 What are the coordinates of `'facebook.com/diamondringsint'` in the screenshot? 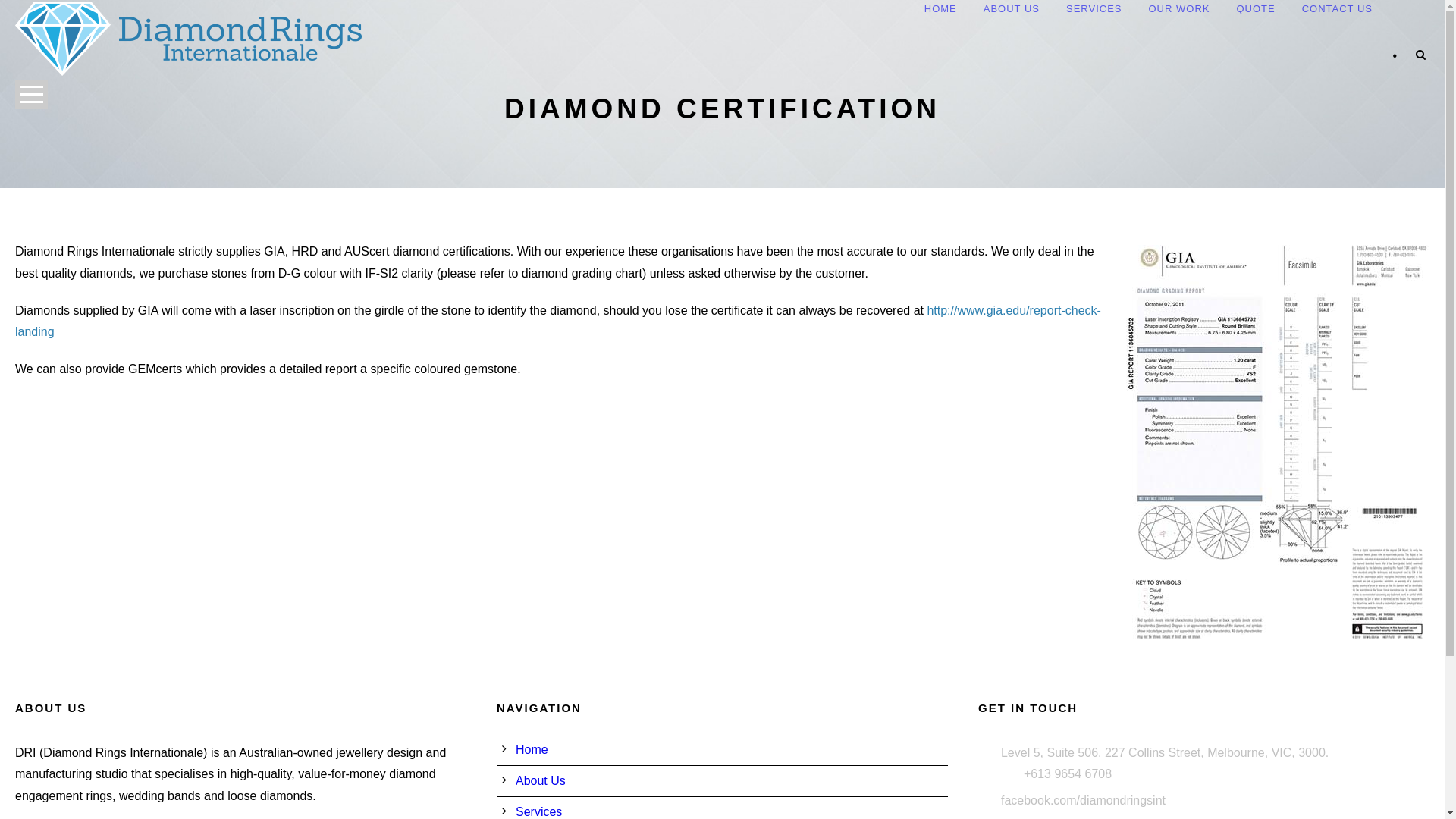 It's located at (1082, 799).